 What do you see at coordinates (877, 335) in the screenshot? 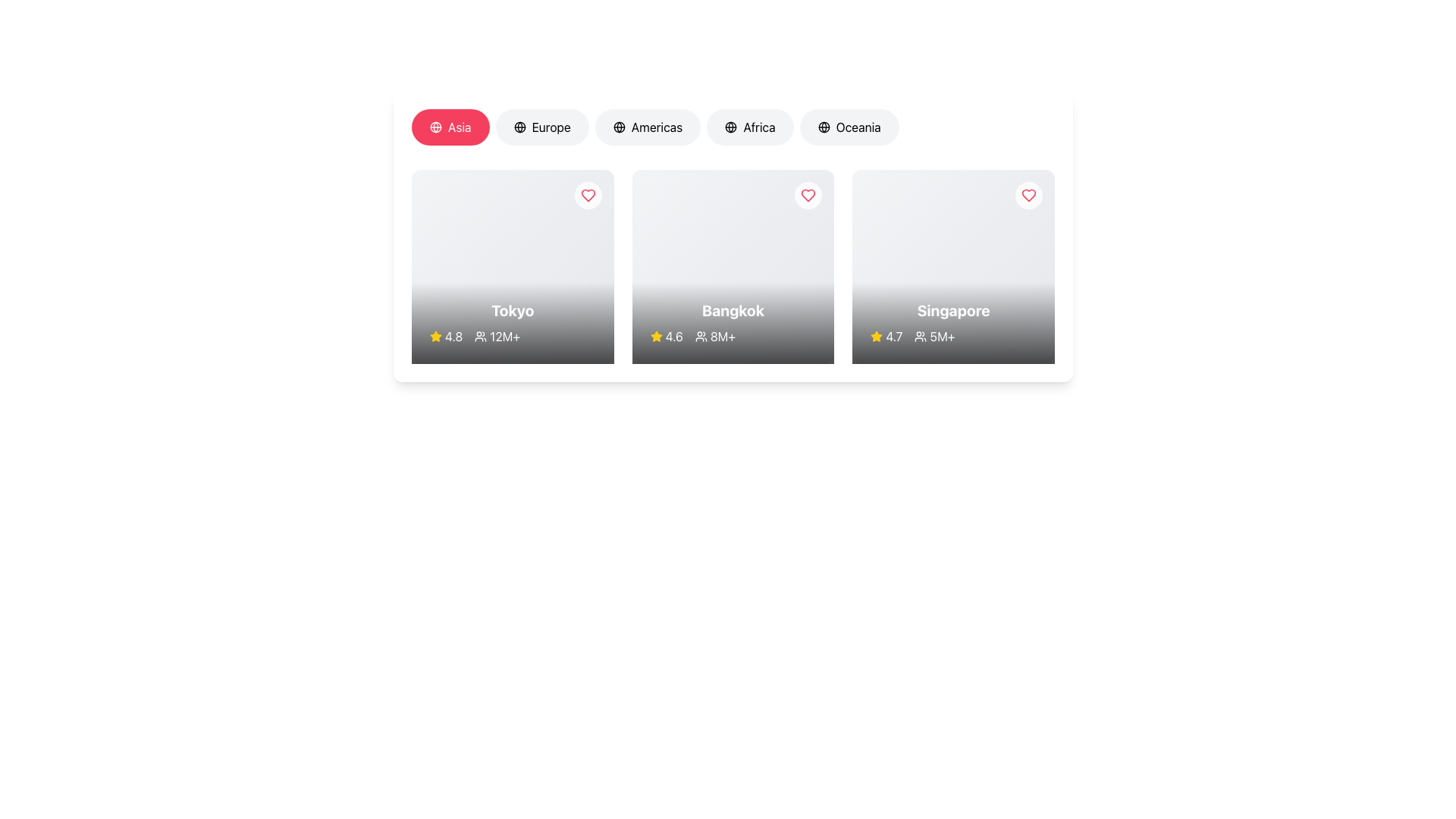
I see `the yellow star icon located to the immediate left of the white text '4.7', which serves as a rating indicator` at bounding box center [877, 335].